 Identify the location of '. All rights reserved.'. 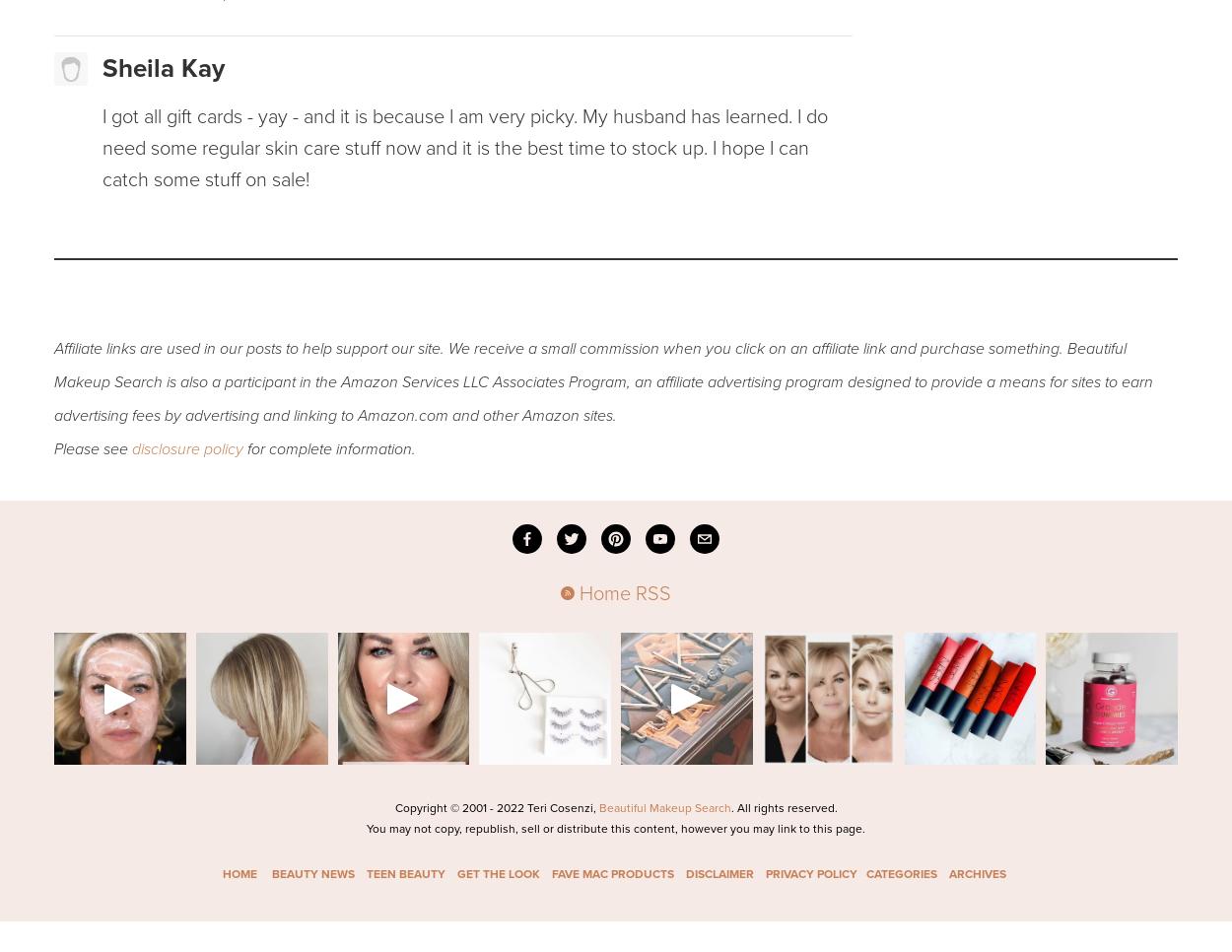
(784, 806).